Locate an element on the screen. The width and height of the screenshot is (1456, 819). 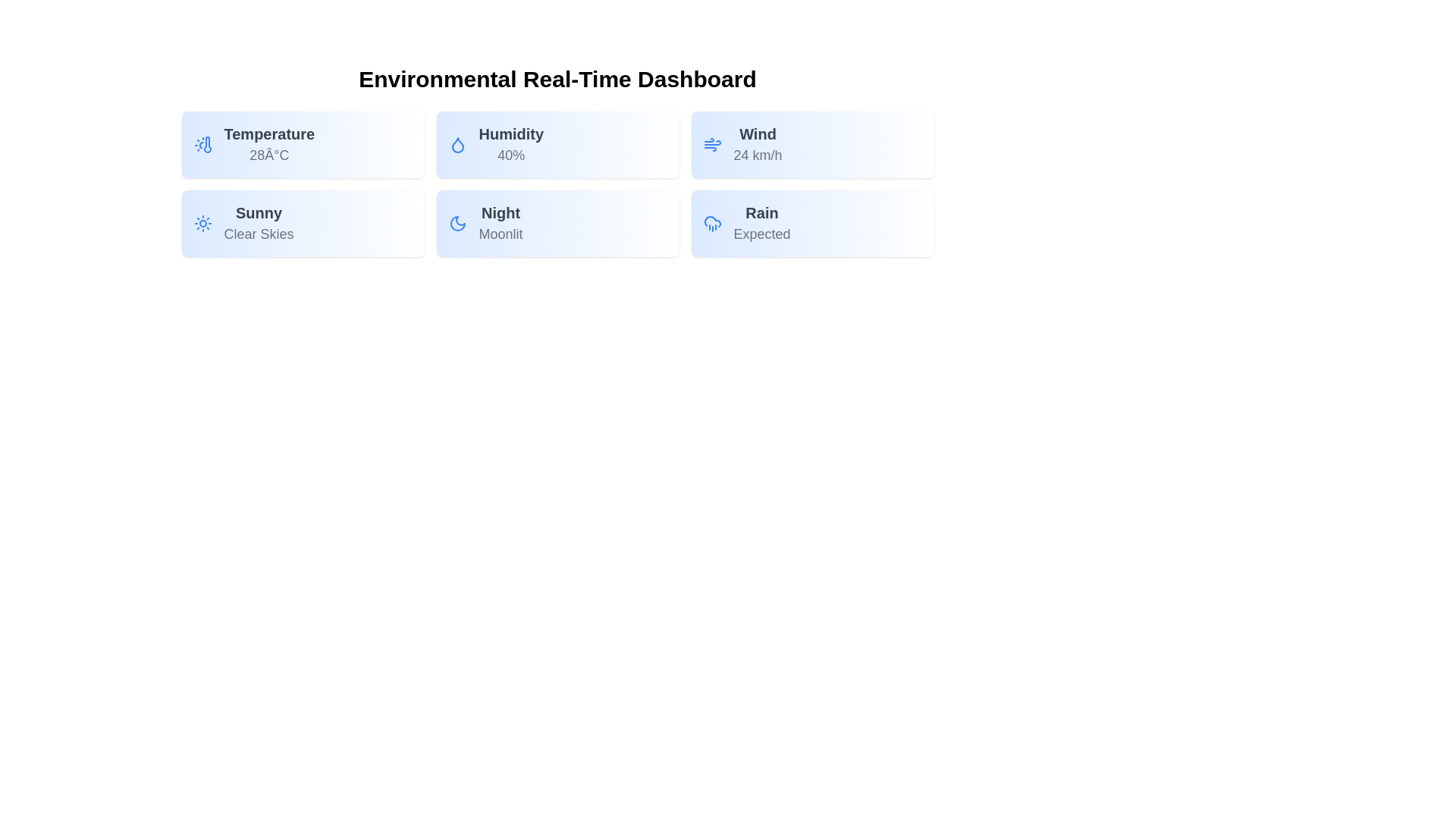
the 'Sunny' graphic icon located in the lower left box of the dashboard layout, above the 'Clear Skies' text is located at coordinates (202, 223).